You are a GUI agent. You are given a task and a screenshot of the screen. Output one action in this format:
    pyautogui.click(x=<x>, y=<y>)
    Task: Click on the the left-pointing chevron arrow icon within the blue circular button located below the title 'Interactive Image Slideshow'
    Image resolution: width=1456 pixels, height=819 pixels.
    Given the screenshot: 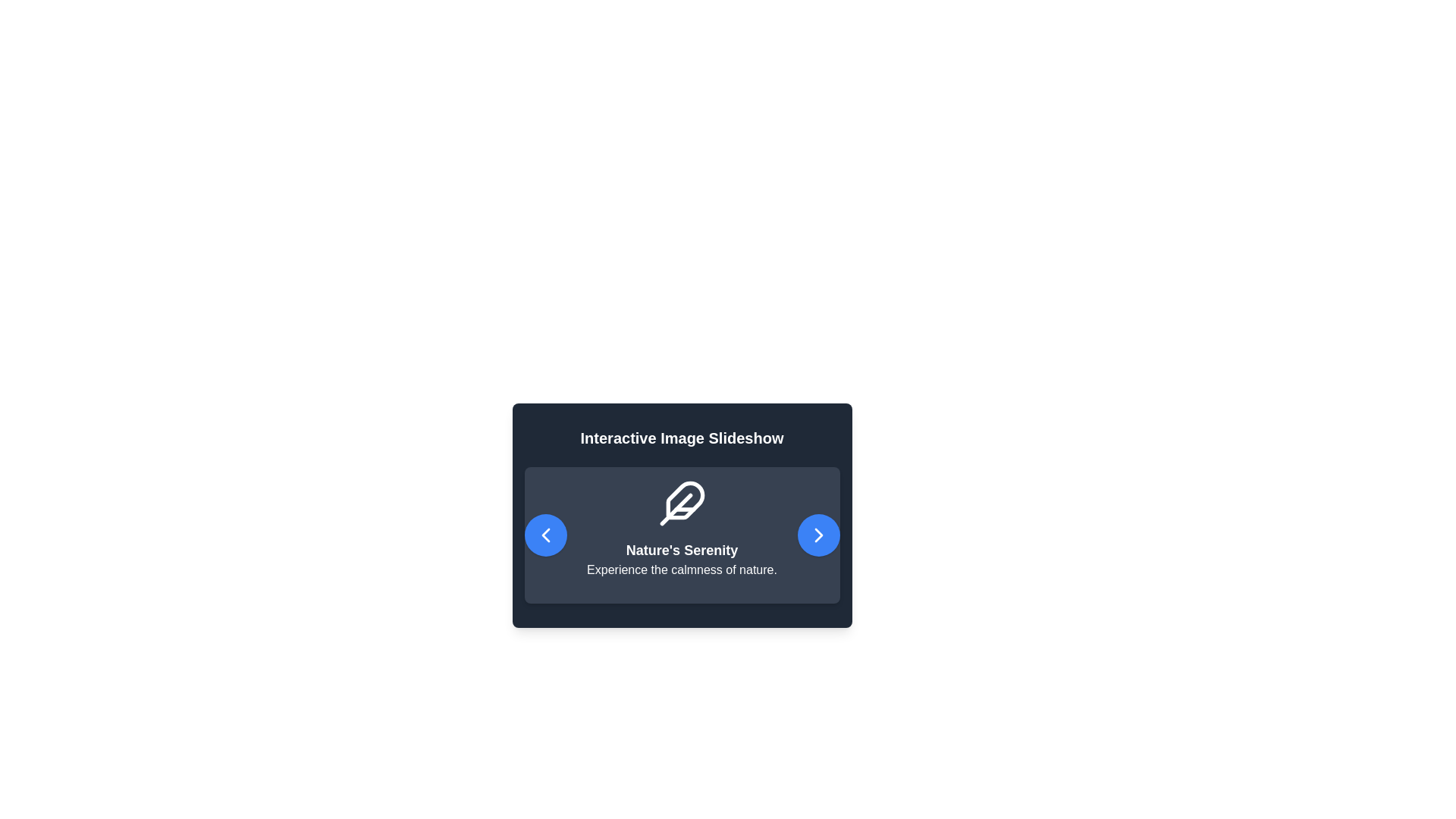 What is the action you would take?
    pyautogui.click(x=545, y=534)
    